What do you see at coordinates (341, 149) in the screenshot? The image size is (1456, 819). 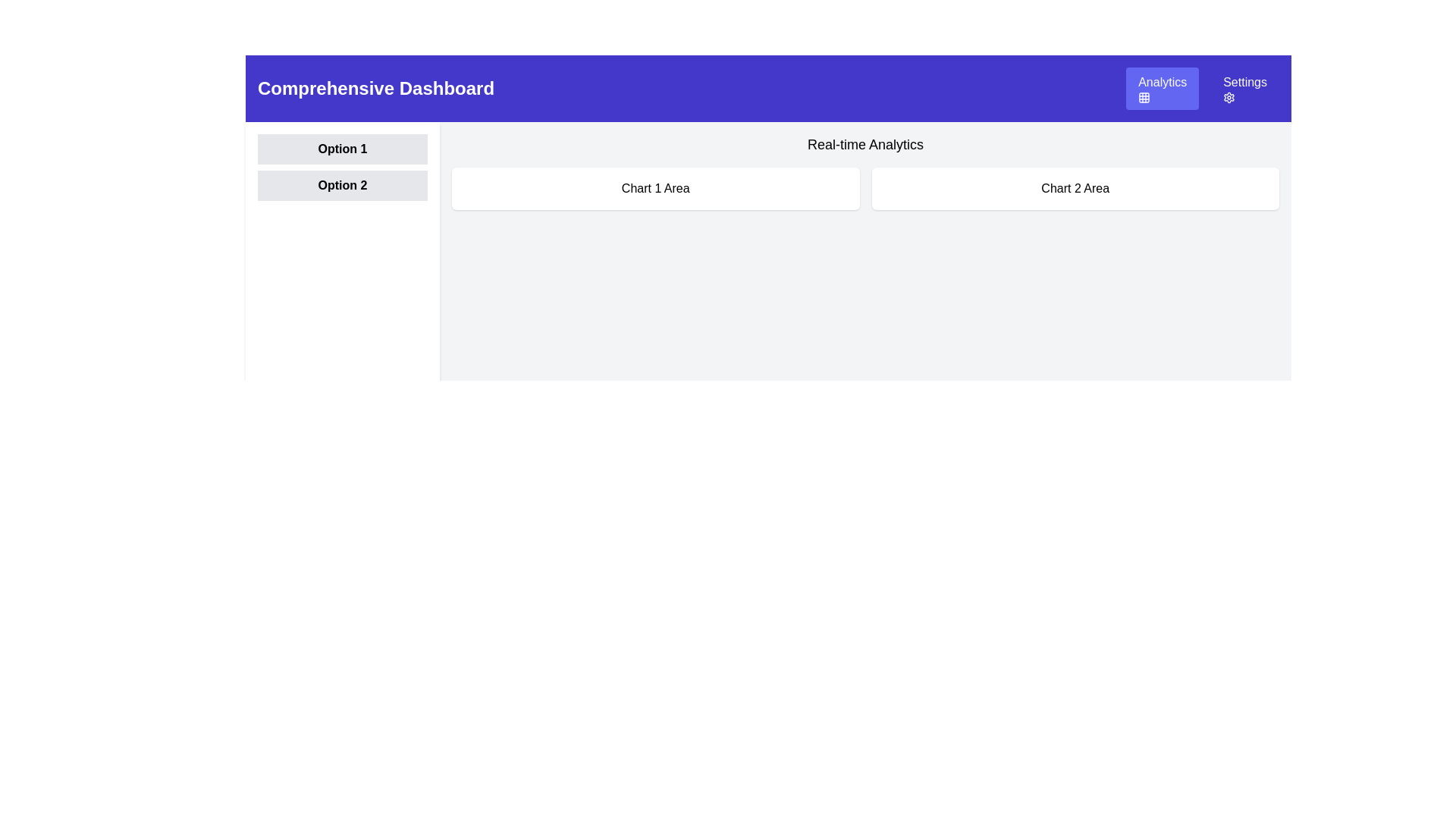 I see `the label section with bold text 'Option 1' that has a light gray background, positioned under the purple banner 'Comprehensive Dashboard'` at bounding box center [341, 149].